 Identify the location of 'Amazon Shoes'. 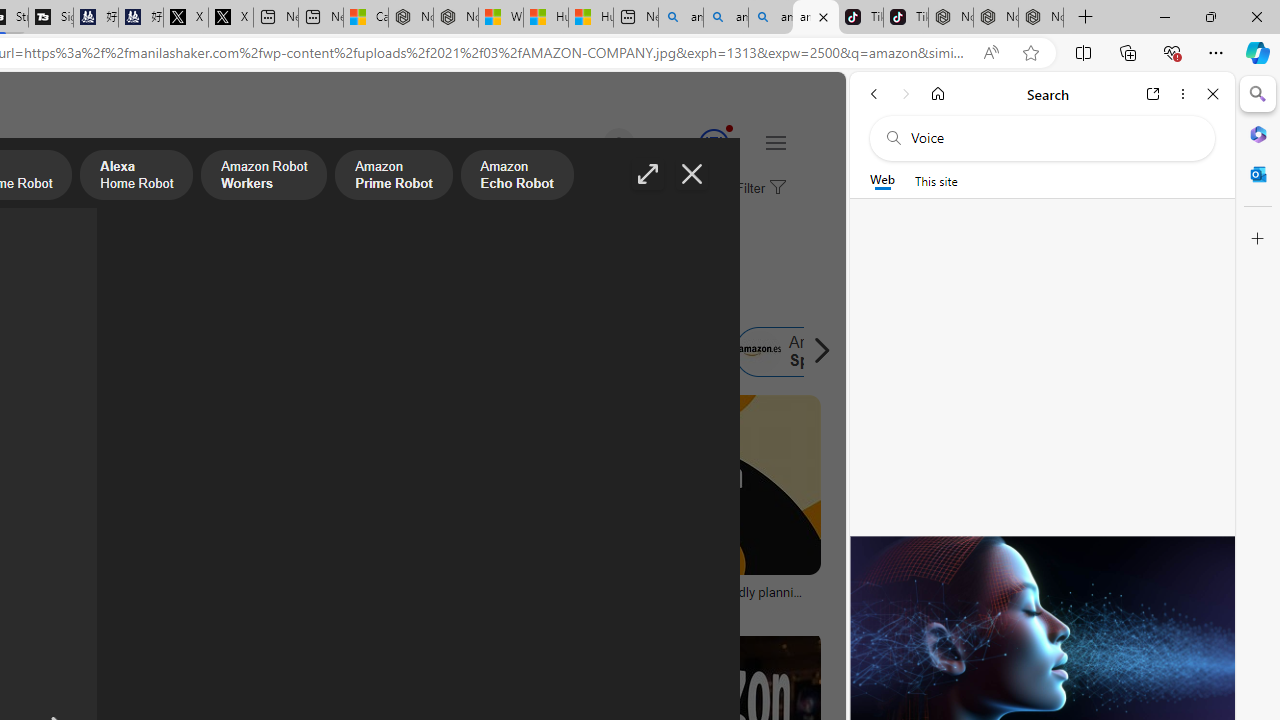
(659, 351).